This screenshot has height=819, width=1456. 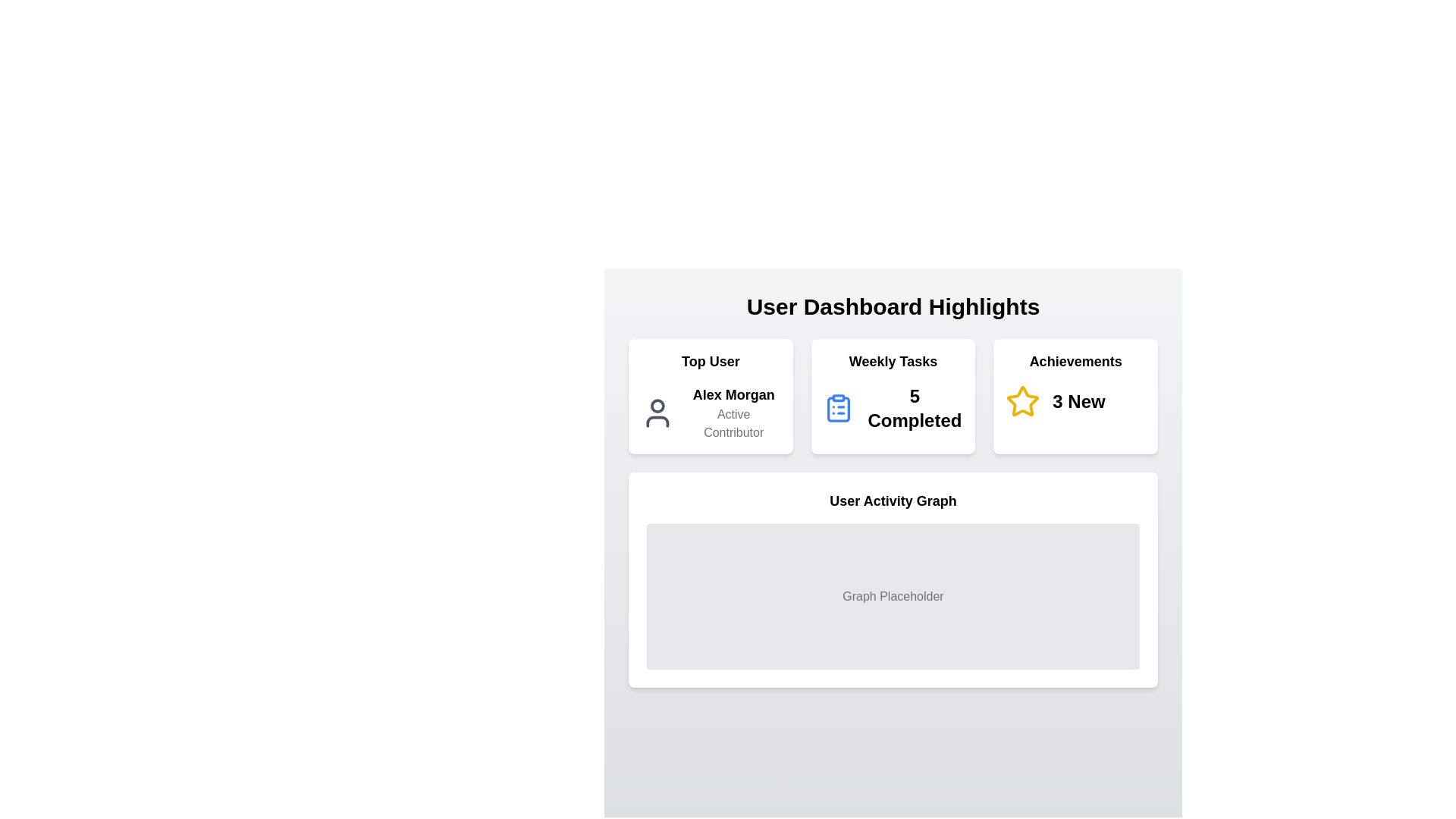 I want to click on the static text element displaying '3 New' which is positioned to the right of the star icon in the 'Achievements' card, so click(x=1078, y=400).